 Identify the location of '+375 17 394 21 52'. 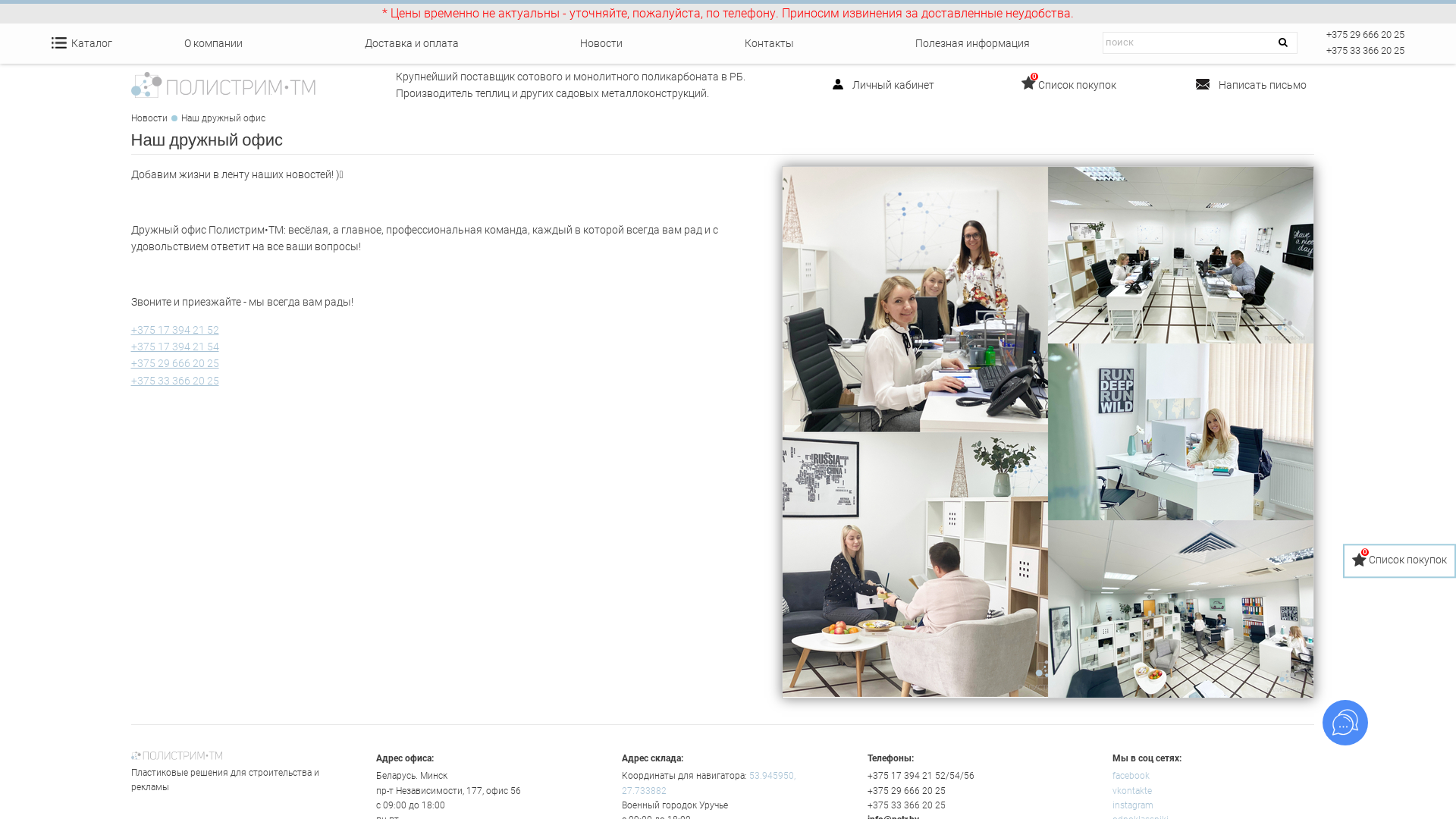
(174, 329).